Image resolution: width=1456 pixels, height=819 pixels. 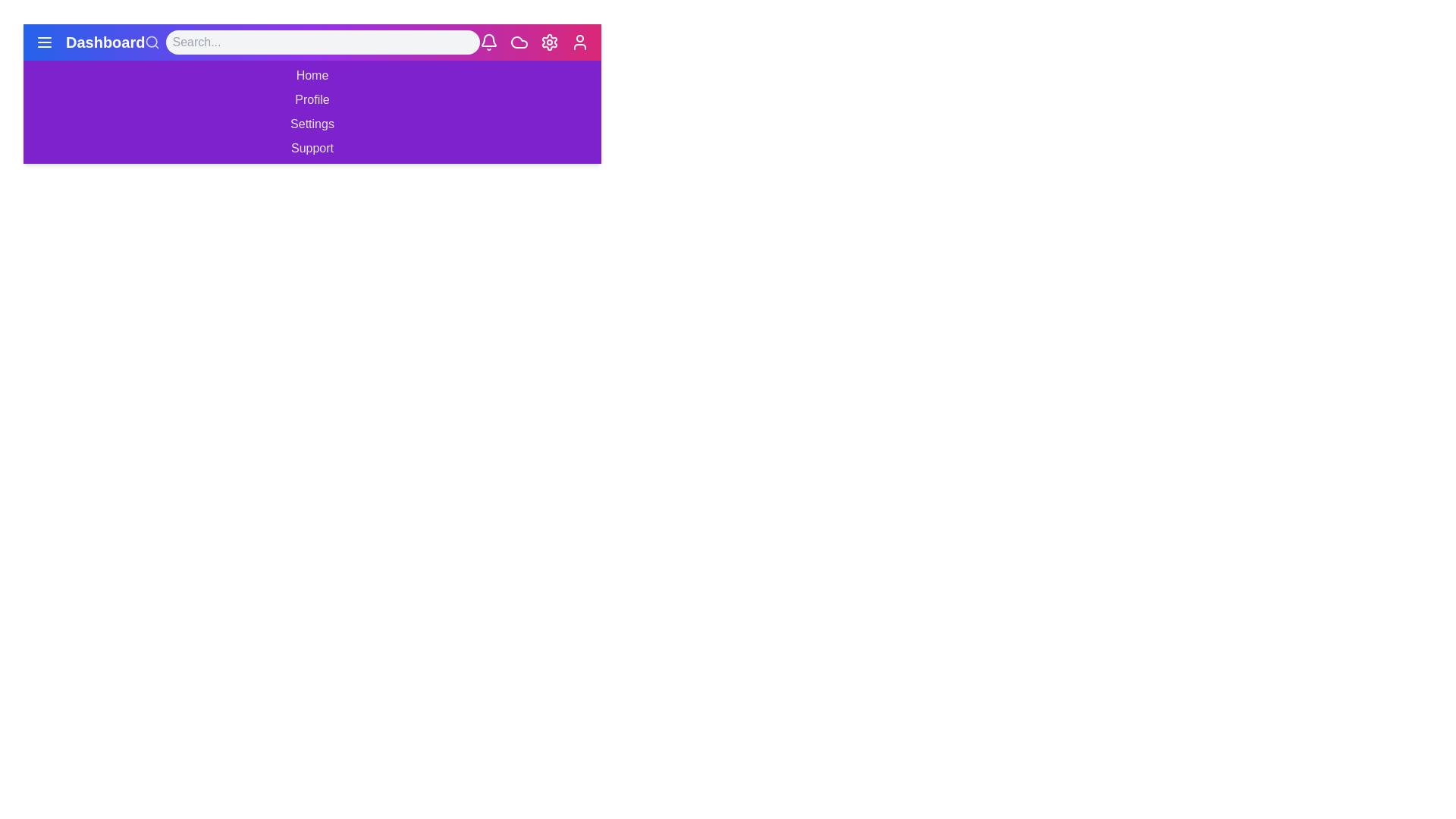 What do you see at coordinates (44, 42) in the screenshot?
I see `the menu icon to toggle the navigation menu visibility` at bounding box center [44, 42].